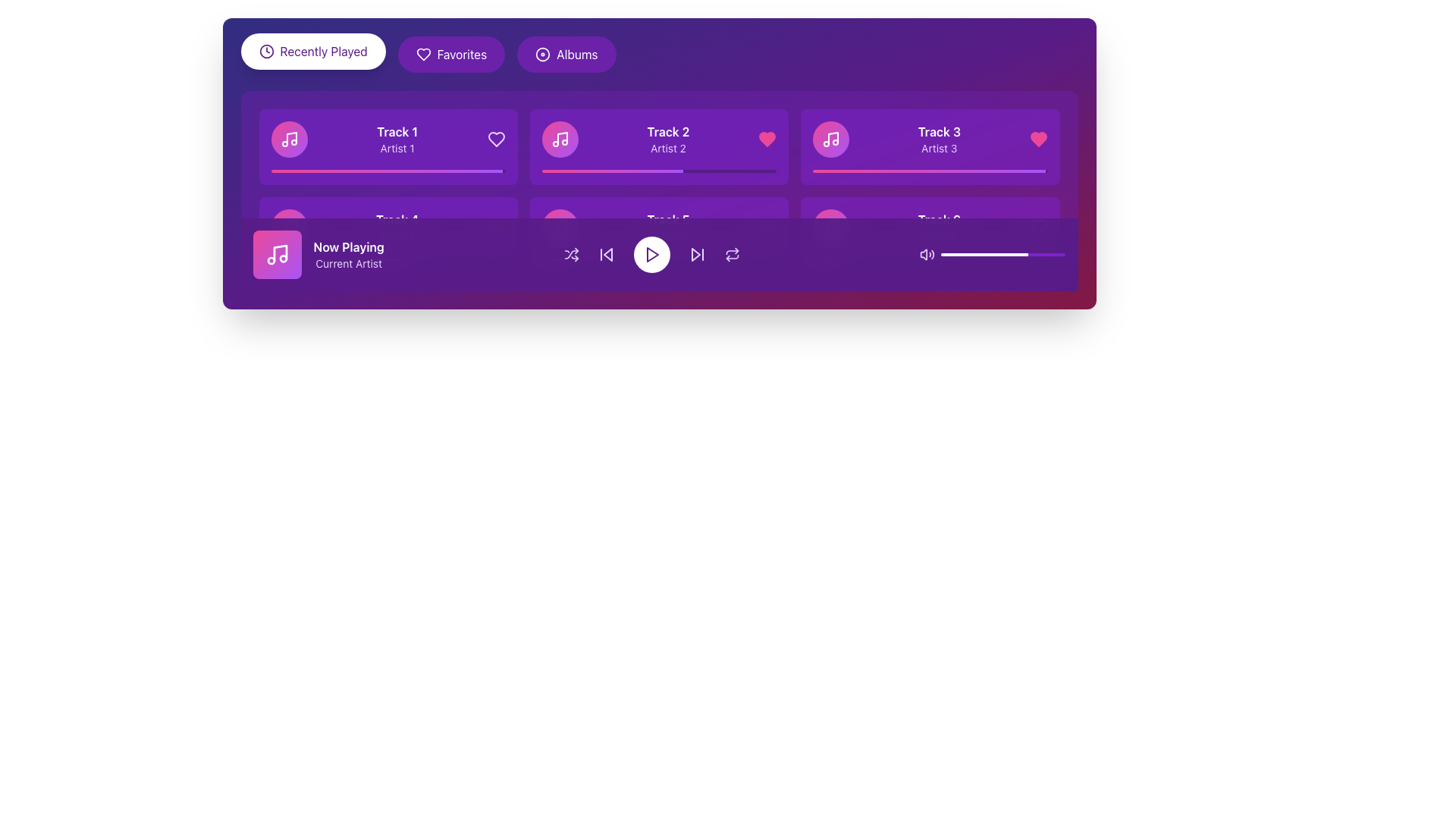 This screenshot has height=819, width=1456. What do you see at coordinates (277, 253) in the screenshot?
I see `the square icon with rounded corners, featuring a gradient background from pink to purple and a white music note symbol in the center, which is located to the left of the 'Now Playing' text and above the 'Current Artist' text` at bounding box center [277, 253].